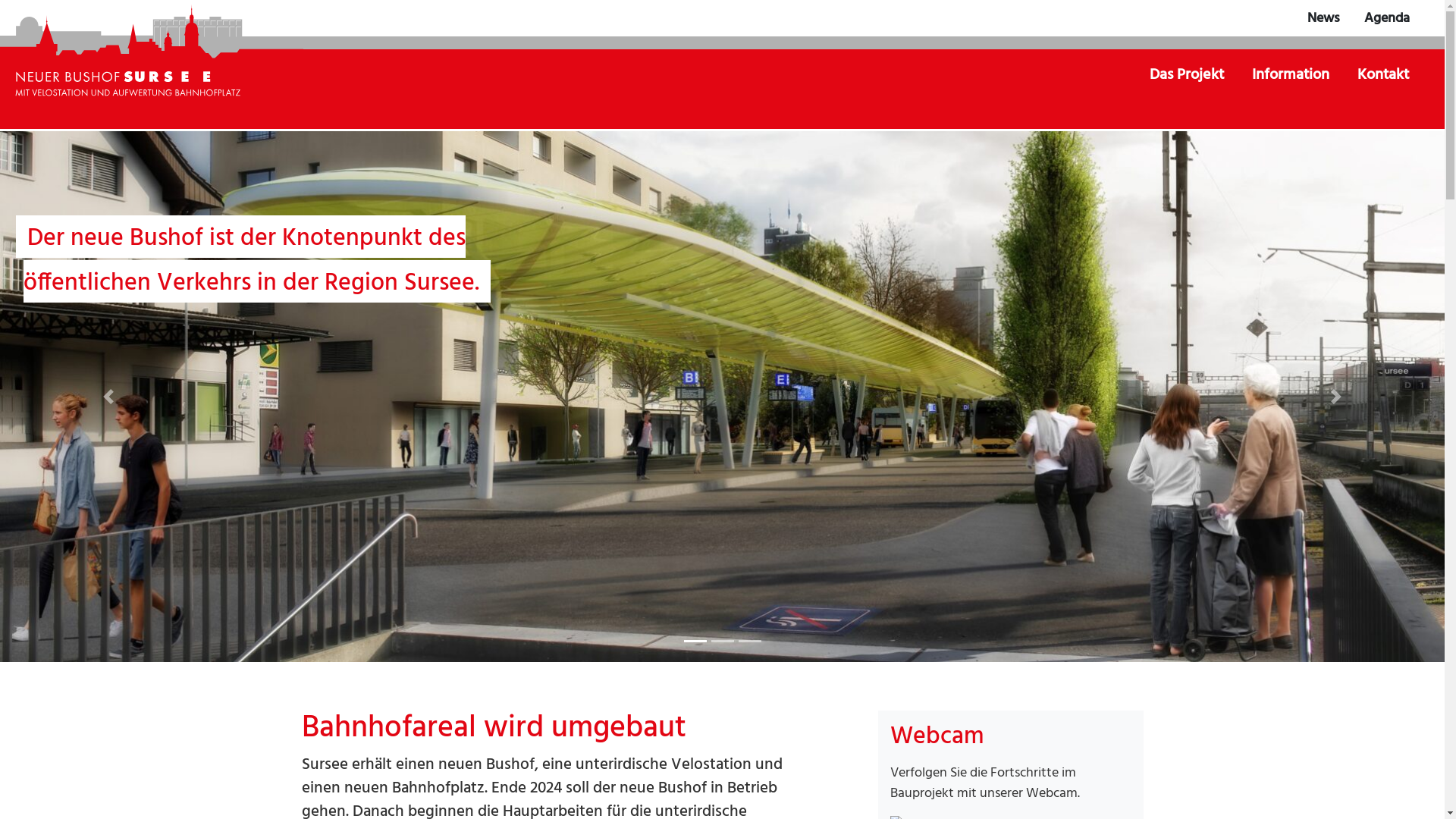 Image resolution: width=1456 pixels, height=819 pixels. I want to click on 'Information', so click(1291, 75).